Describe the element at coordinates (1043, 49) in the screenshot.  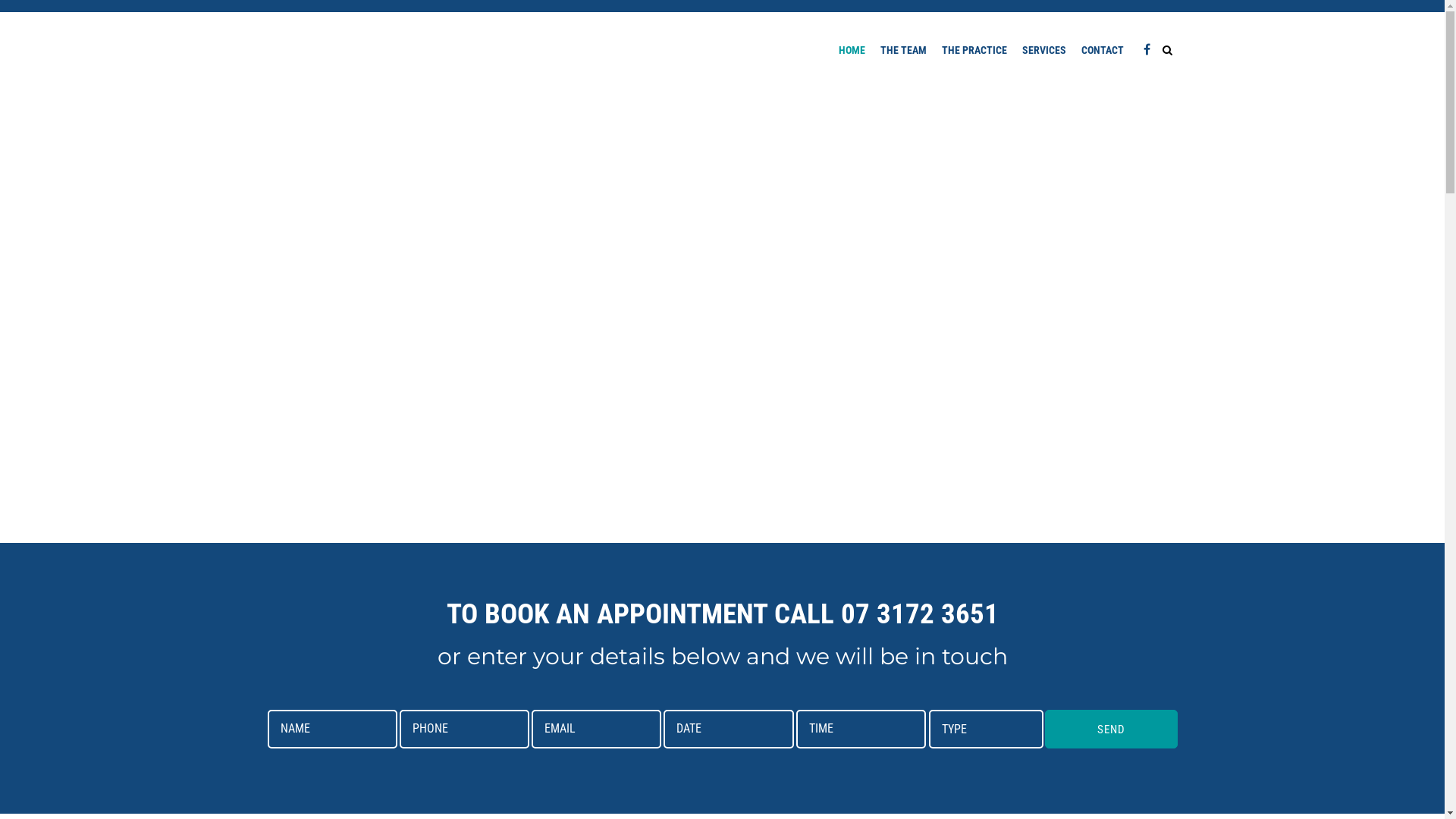
I see `'SERVICES'` at that location.